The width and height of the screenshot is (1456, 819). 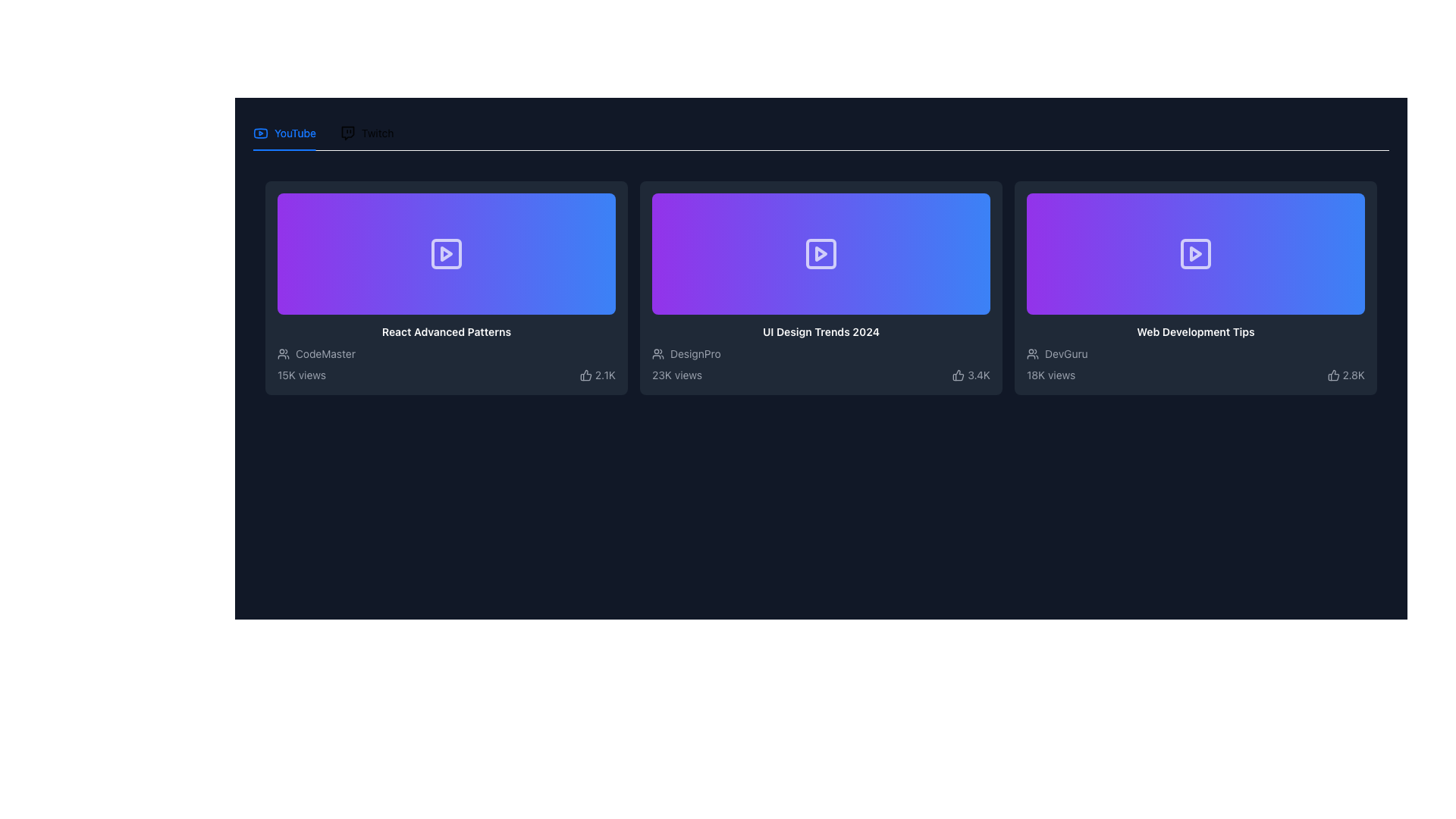 I want to click on the YouTube icon located at the top-left corner of the interface, adjacent to the 'YouTube' text and to the left of the 'Twitch' text, so click(x=261, y=133).